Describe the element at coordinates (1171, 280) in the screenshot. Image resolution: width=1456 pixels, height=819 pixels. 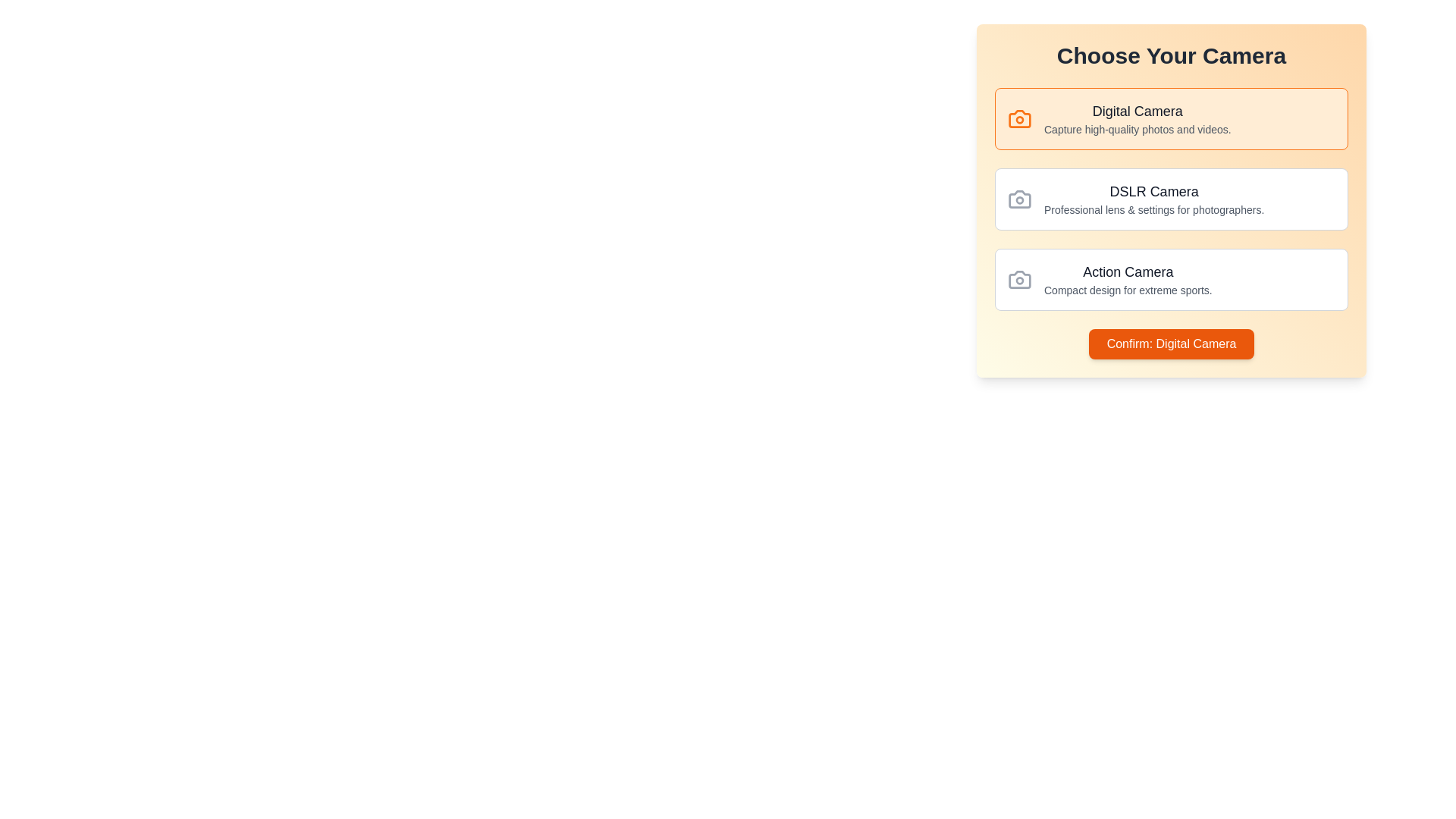
I see `to select the 'Action Camera' option, which is a rectangular button featuring the title 'Action Camera' in bold text and a description 'Compact design for extreme sports.'` at that location.